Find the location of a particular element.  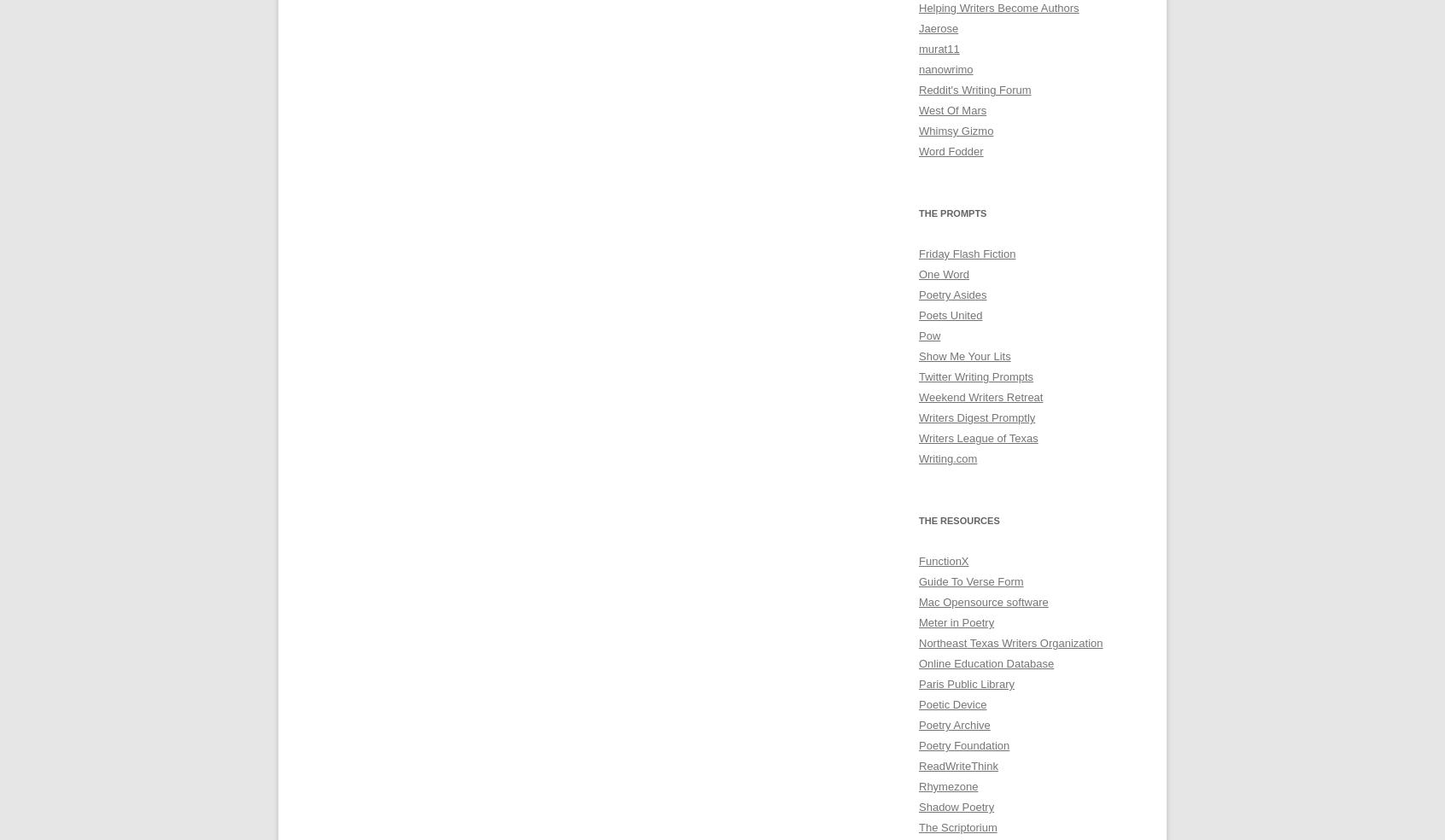

'Whimsy Gizmo' is located at coordinates (956, 131).